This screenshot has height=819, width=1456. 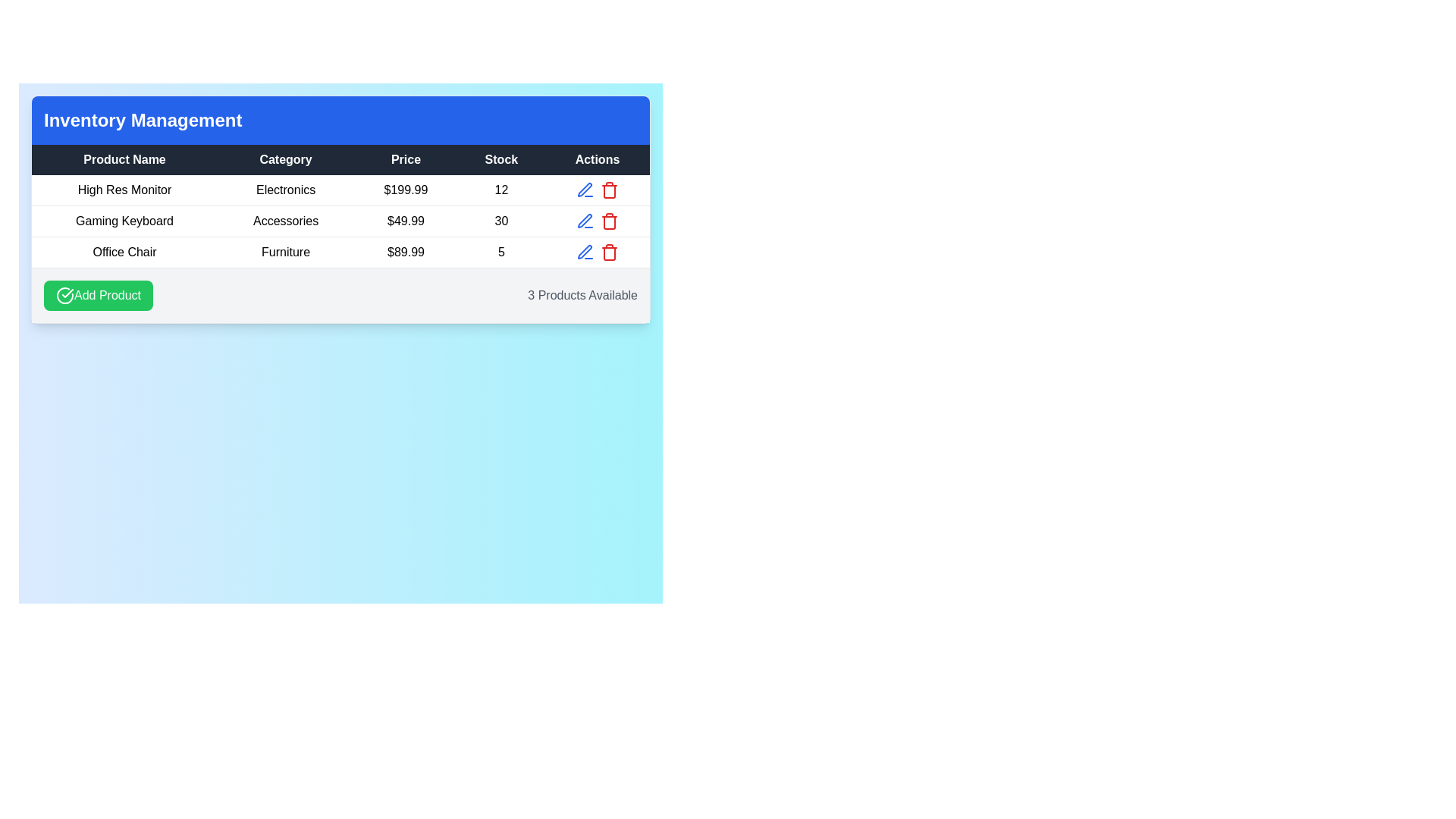 I want to click on the blue pen icon button located in the 'Actions' column of the second row of the table, which is visually distinct from the red trash bin icon, so click(x=584, y=189).